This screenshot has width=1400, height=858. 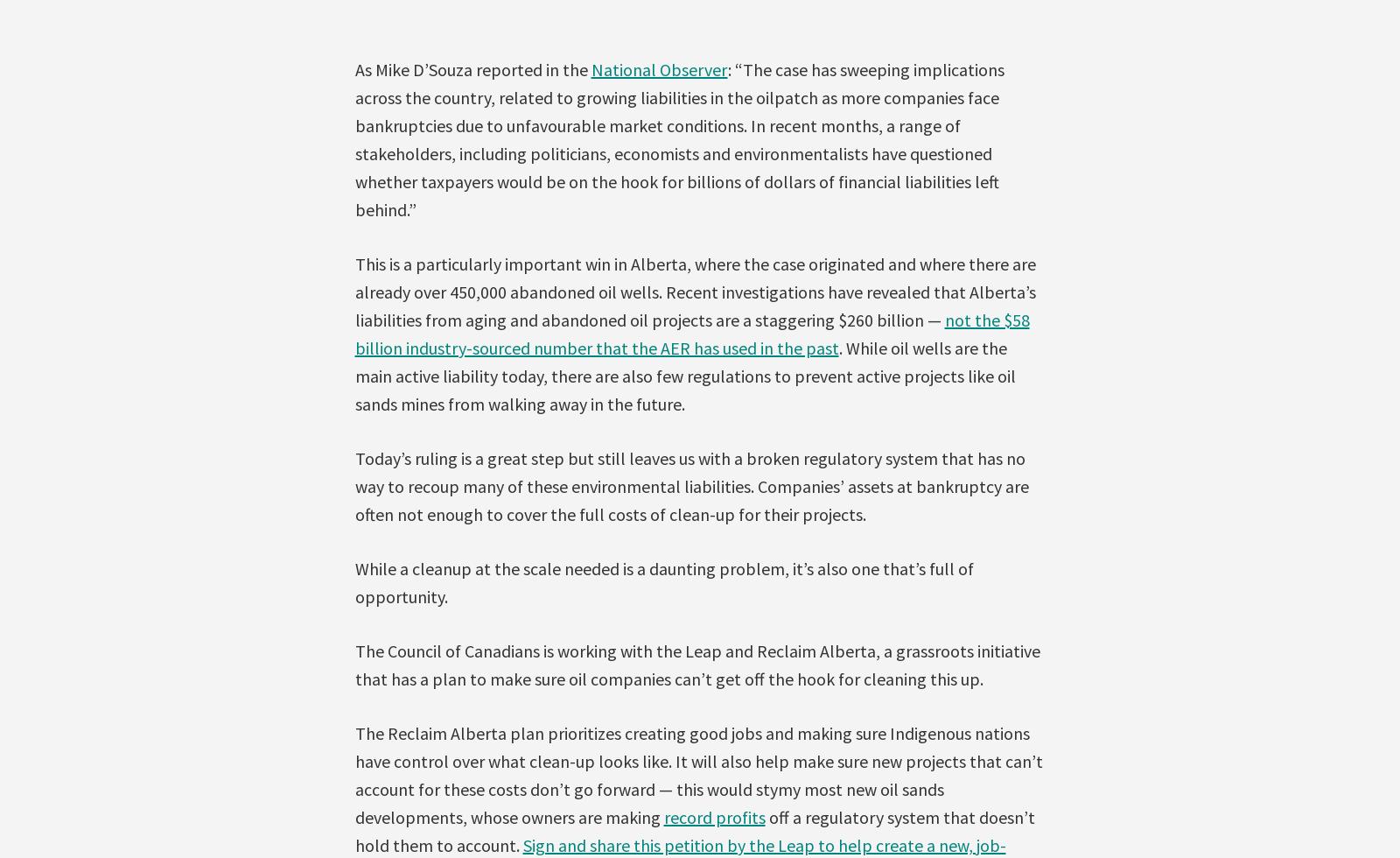 What do you see at coordinates (698, 774) in the screenshot?
I see `'The Reclaim Alberta plan prioritizes creating good jobs and making sure Indigenous nations have control over what clean-up looks like. It will also help make sure new projects that can’t account for these costs don’t go forward — this would stymy most new oil sands developments, whose owners are making'` at bounding box center [698, 774].